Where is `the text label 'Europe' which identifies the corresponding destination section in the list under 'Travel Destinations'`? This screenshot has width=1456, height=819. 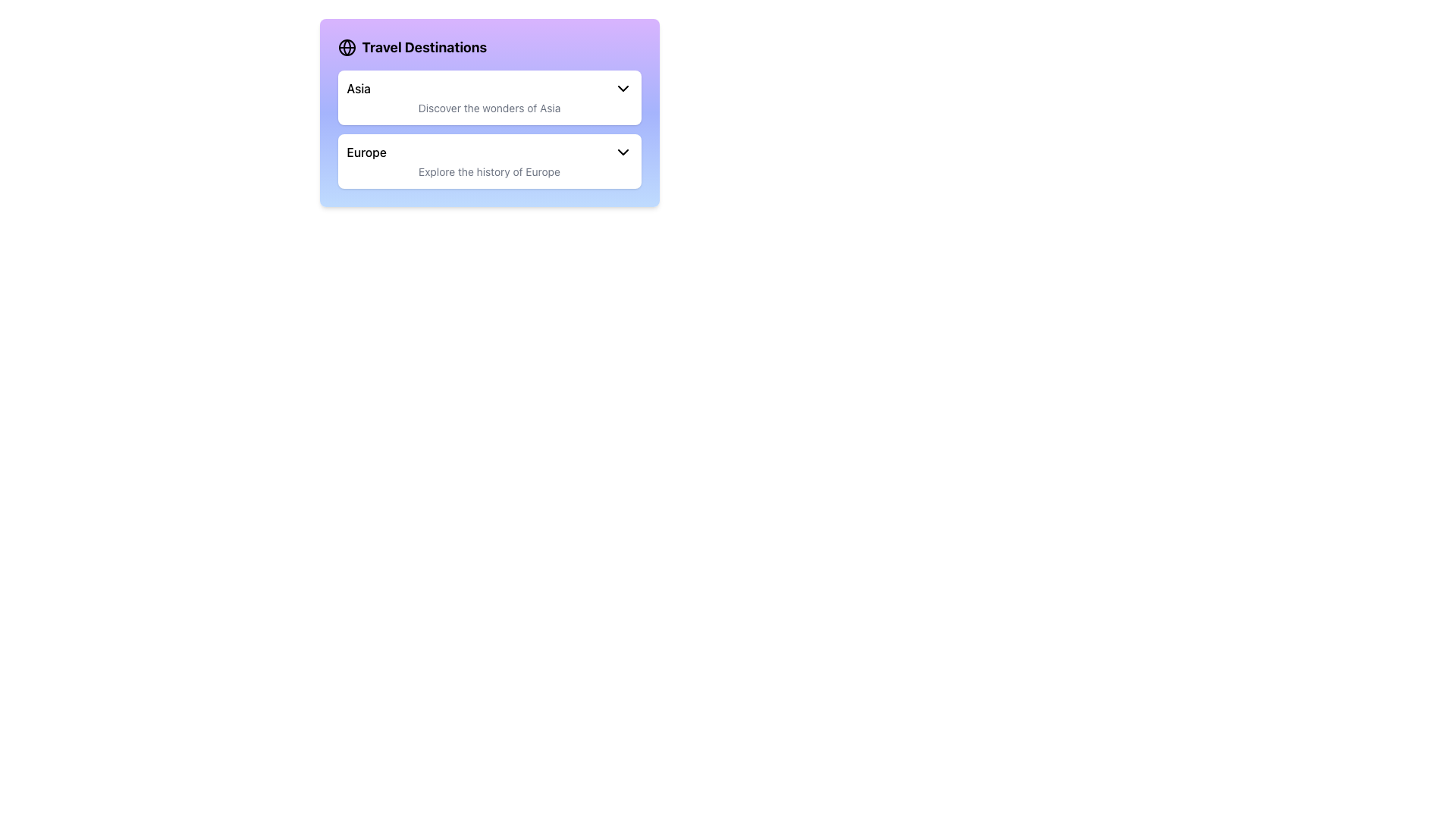
the text label 'Europe' which identifies the corresponding destination section in the list under 'Travel Destinations' is located at coordinates (366, 152).